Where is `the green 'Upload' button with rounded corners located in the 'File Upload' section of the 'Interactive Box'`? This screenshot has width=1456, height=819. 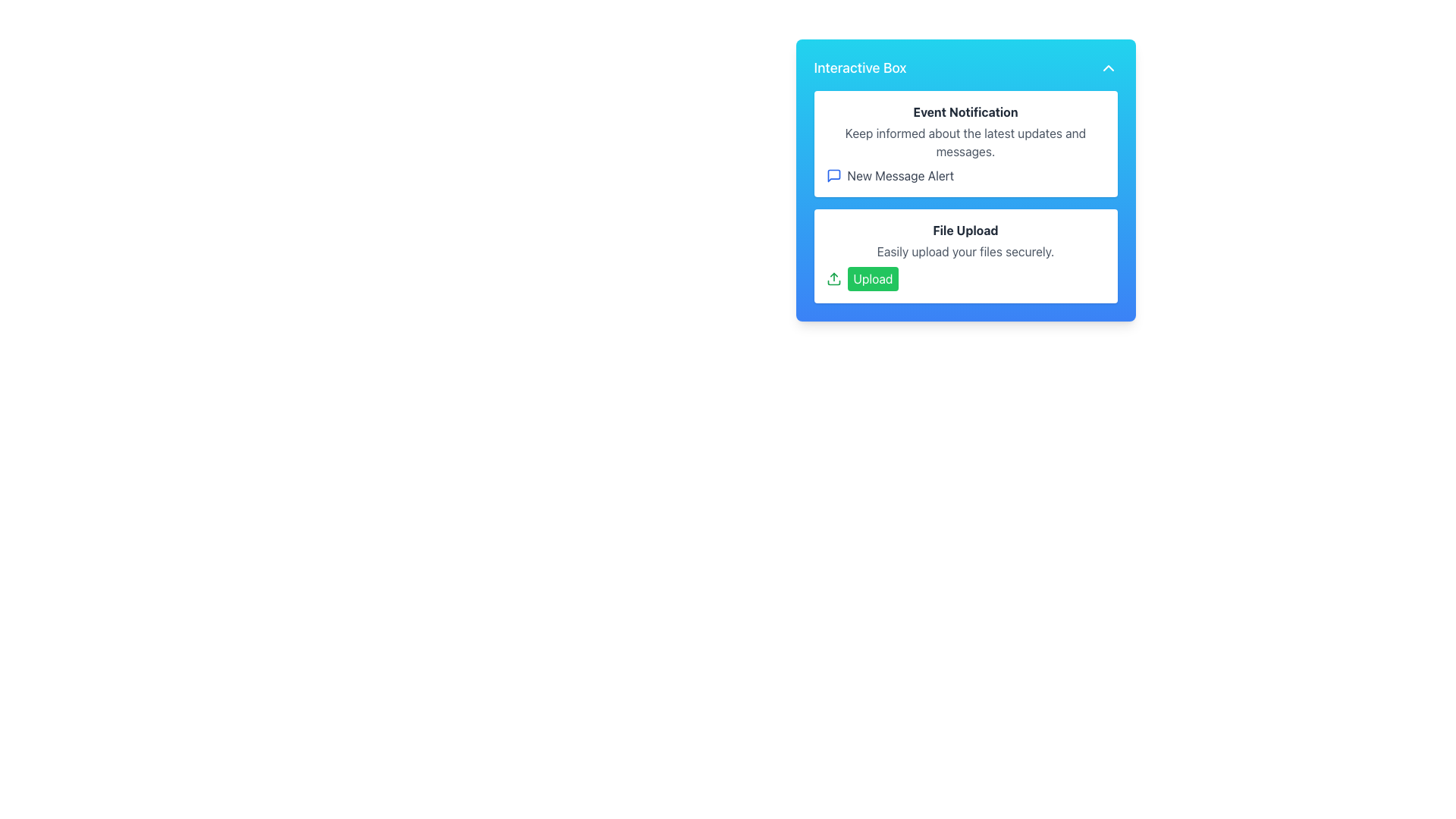
the green 'Upload' button with rounded corners located in the 'File Upload' section of the 'Interactive Box' is located at coordinates (873, 278).